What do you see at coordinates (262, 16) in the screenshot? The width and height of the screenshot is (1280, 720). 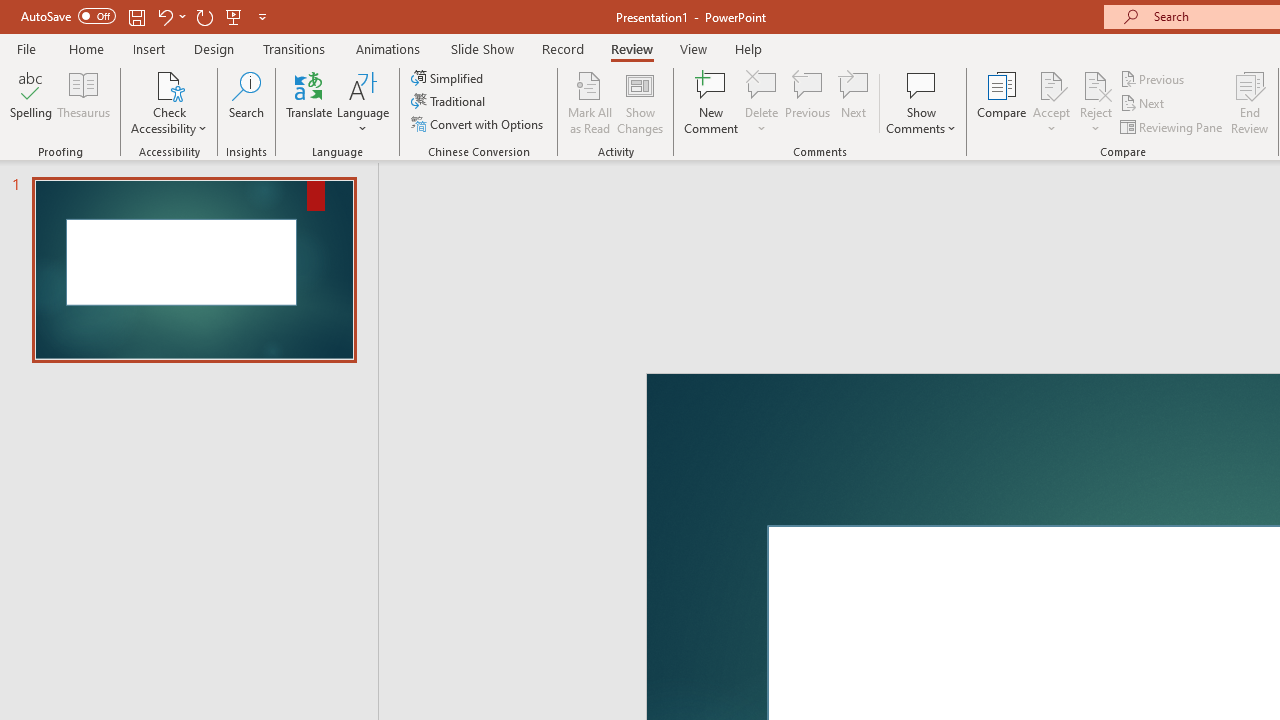 I see `'Customize Quick Access Toolbar'` at bounding box center [262, 16].